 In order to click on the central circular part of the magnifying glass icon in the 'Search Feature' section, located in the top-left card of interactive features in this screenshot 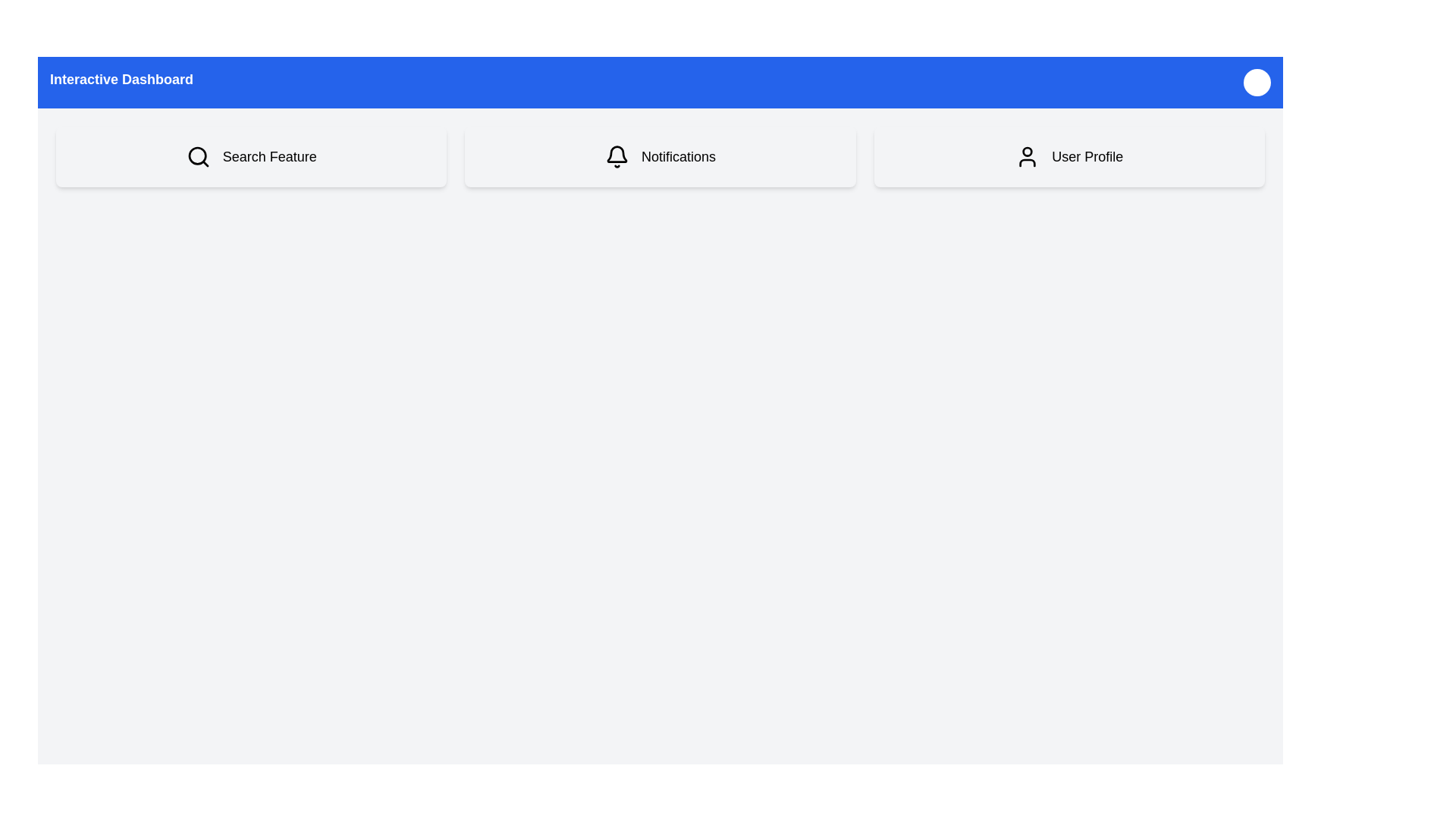, I will do `click(196, 155)`.